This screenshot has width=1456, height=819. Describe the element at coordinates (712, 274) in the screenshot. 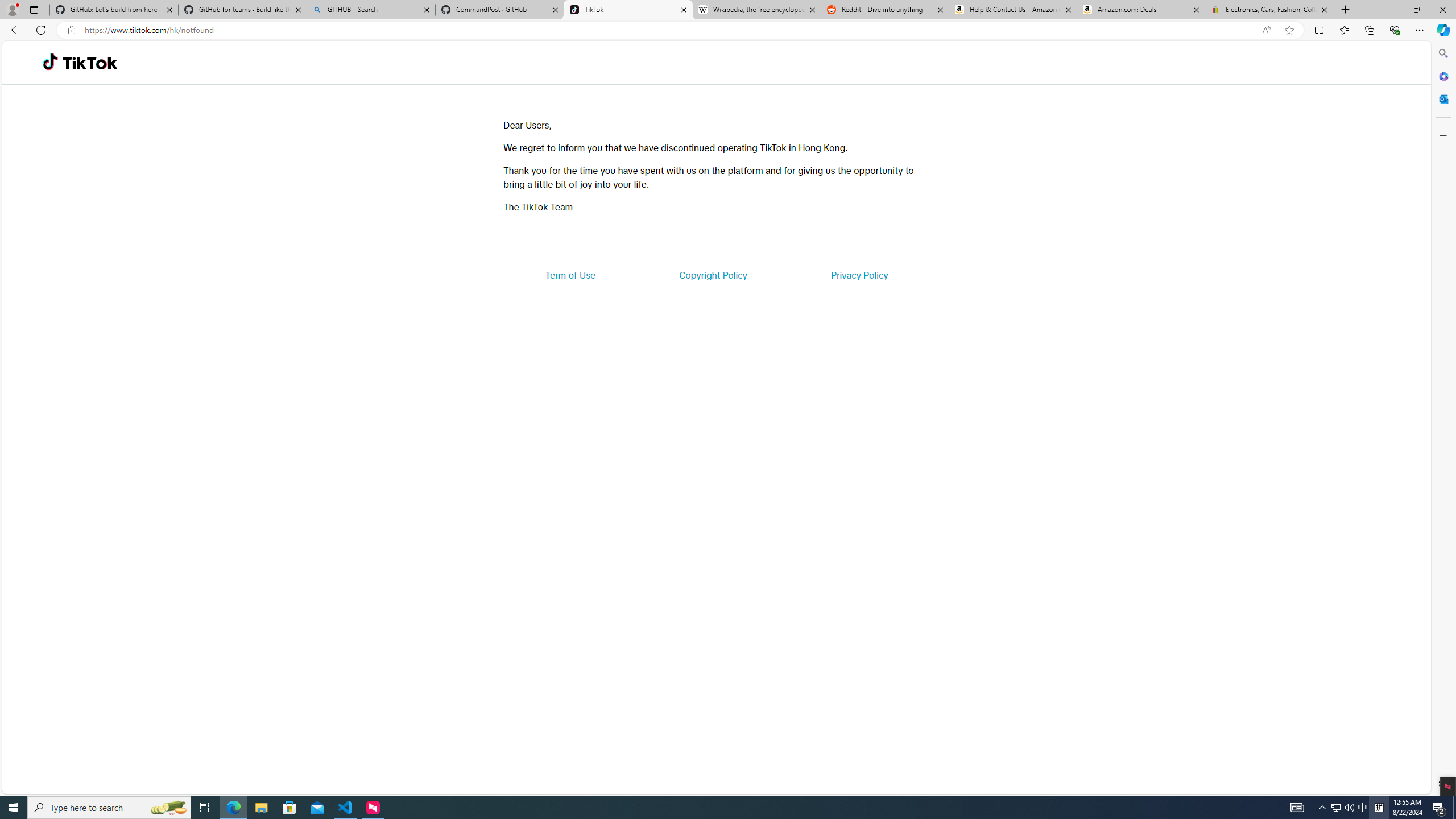

I see `'Copyright Policy'` at that location.